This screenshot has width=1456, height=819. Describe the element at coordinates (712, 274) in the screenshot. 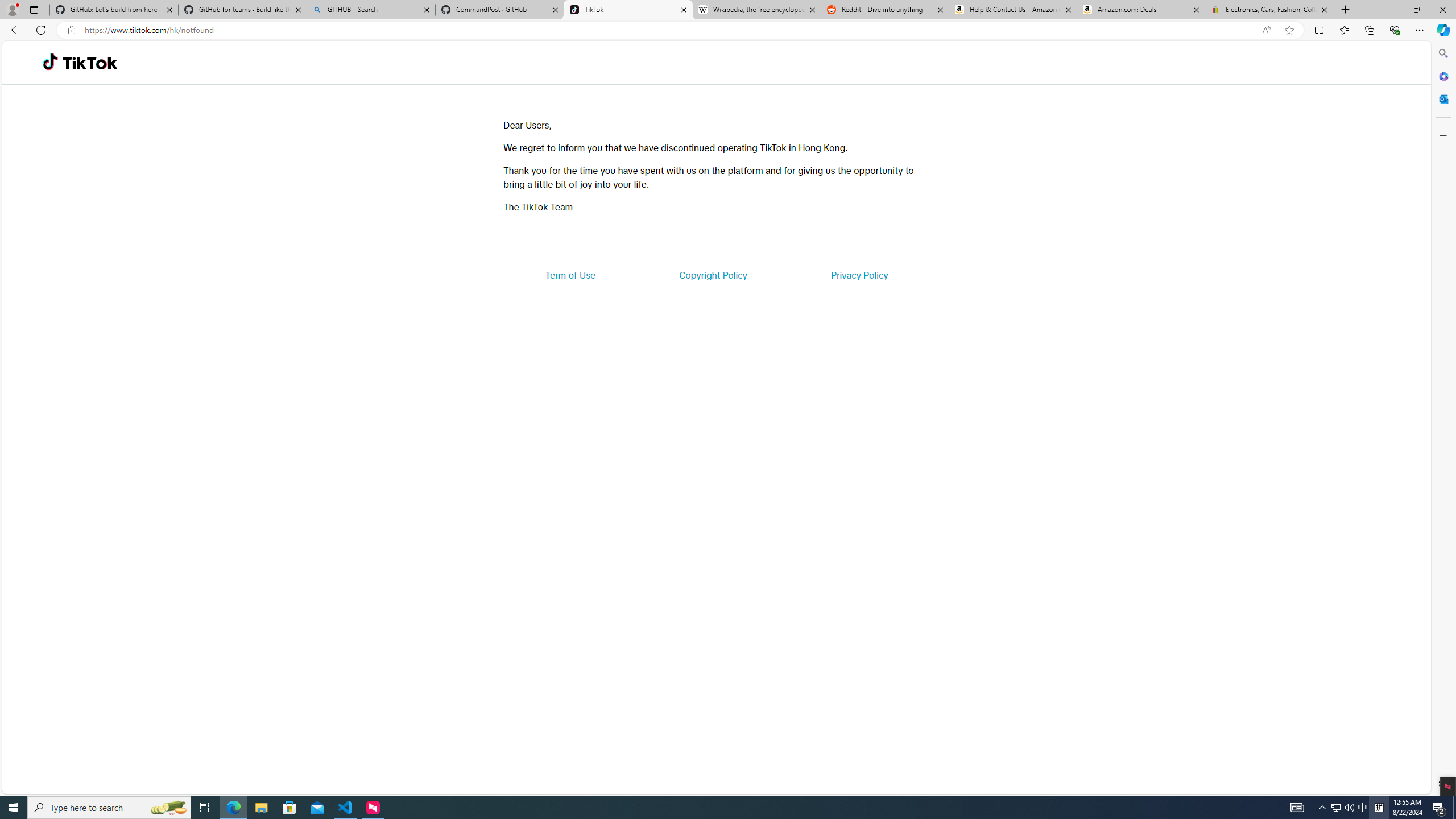

I see `'Copyright Policy'` at that location.